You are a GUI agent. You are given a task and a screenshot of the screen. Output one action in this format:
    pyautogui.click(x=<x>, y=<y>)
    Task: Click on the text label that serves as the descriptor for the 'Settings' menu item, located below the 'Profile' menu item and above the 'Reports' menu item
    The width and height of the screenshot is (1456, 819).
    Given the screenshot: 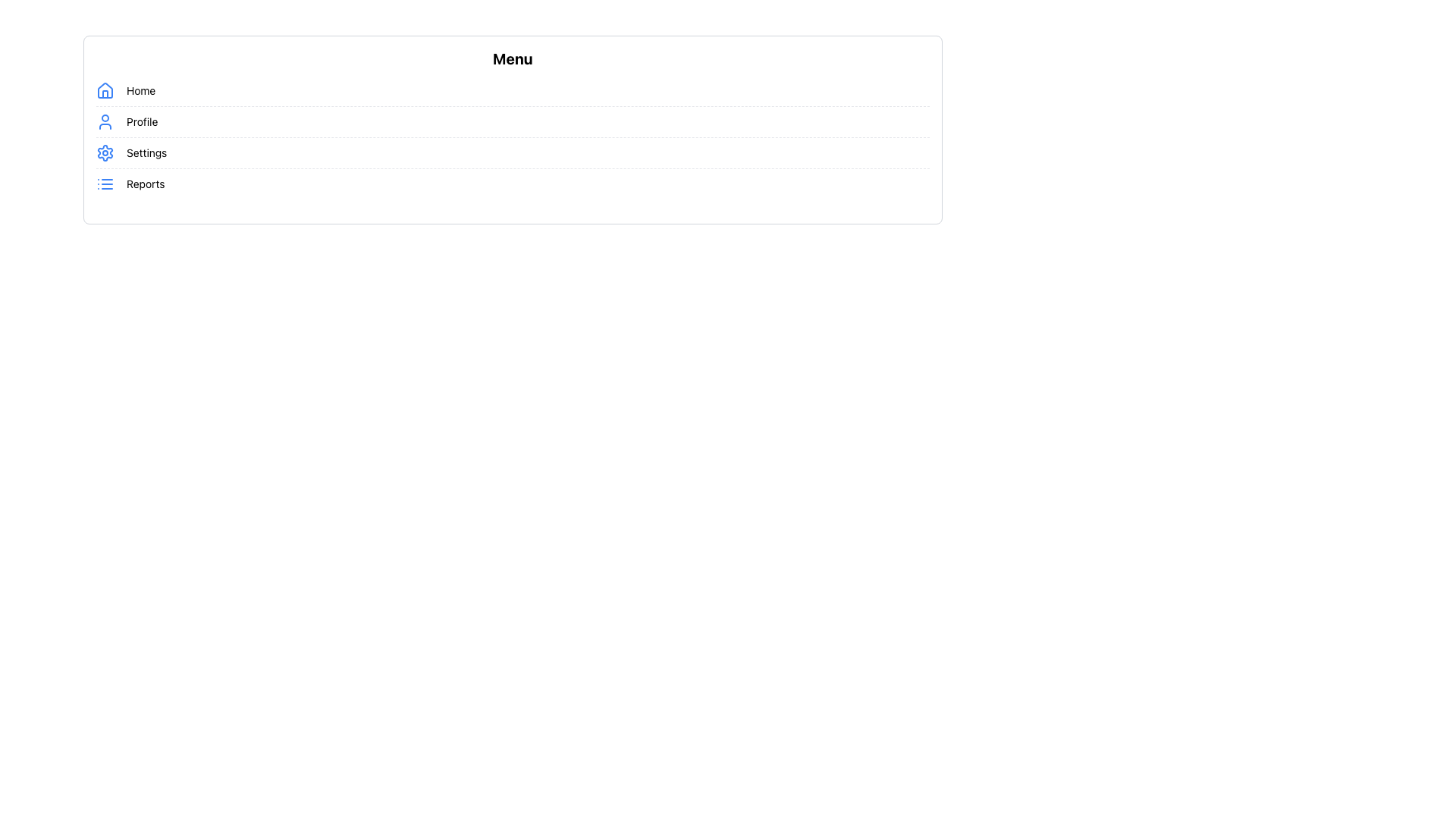 What is the action you would take?
    pyautogui.click(x=146, y=152)
    